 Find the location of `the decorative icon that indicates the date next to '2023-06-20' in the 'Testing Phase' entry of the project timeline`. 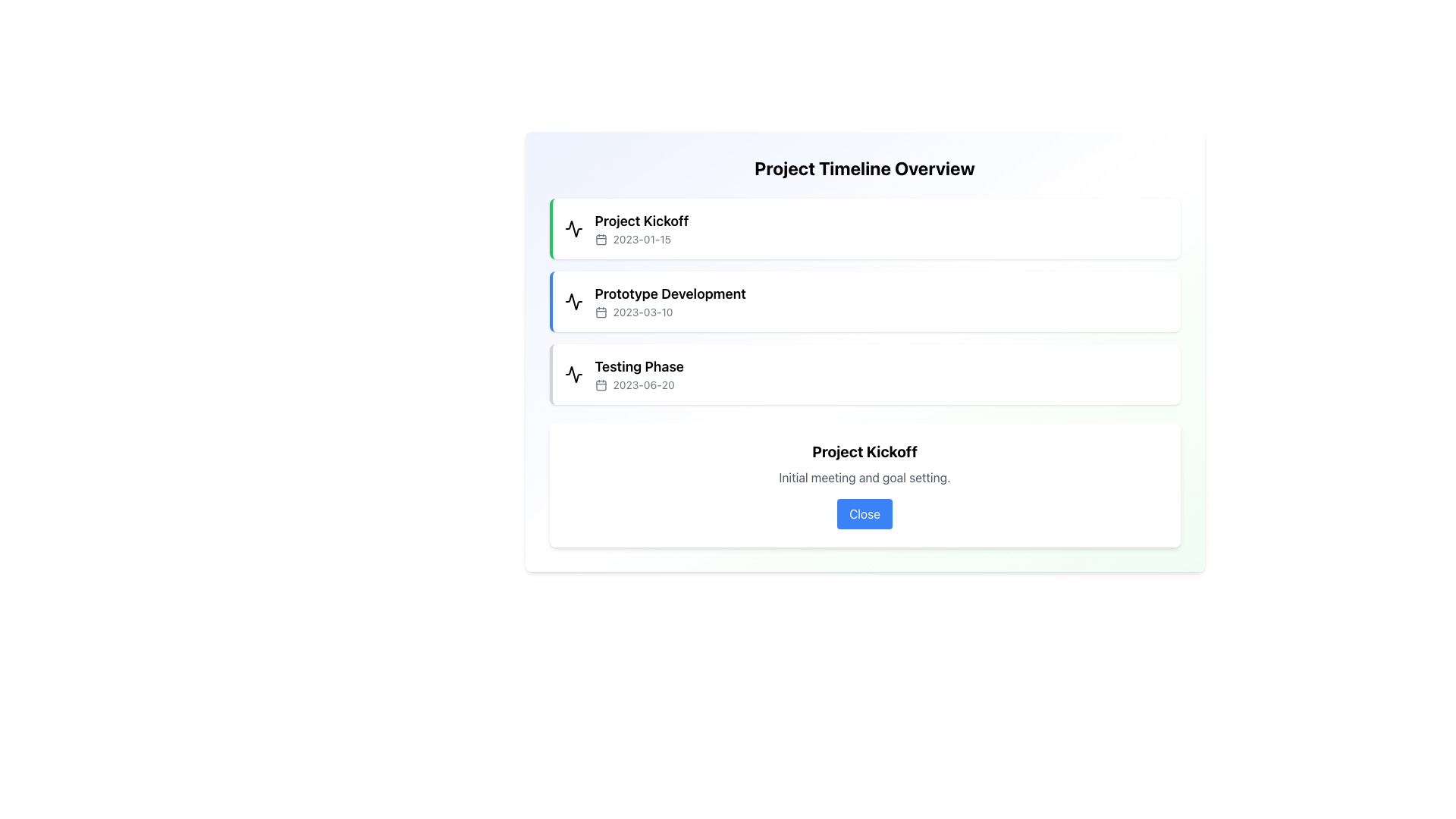

the decorative icon that indicates the date next to '2023-06-20' in the 'Testing Phase' entry of the project timeline is located at coordinates (600, 384).